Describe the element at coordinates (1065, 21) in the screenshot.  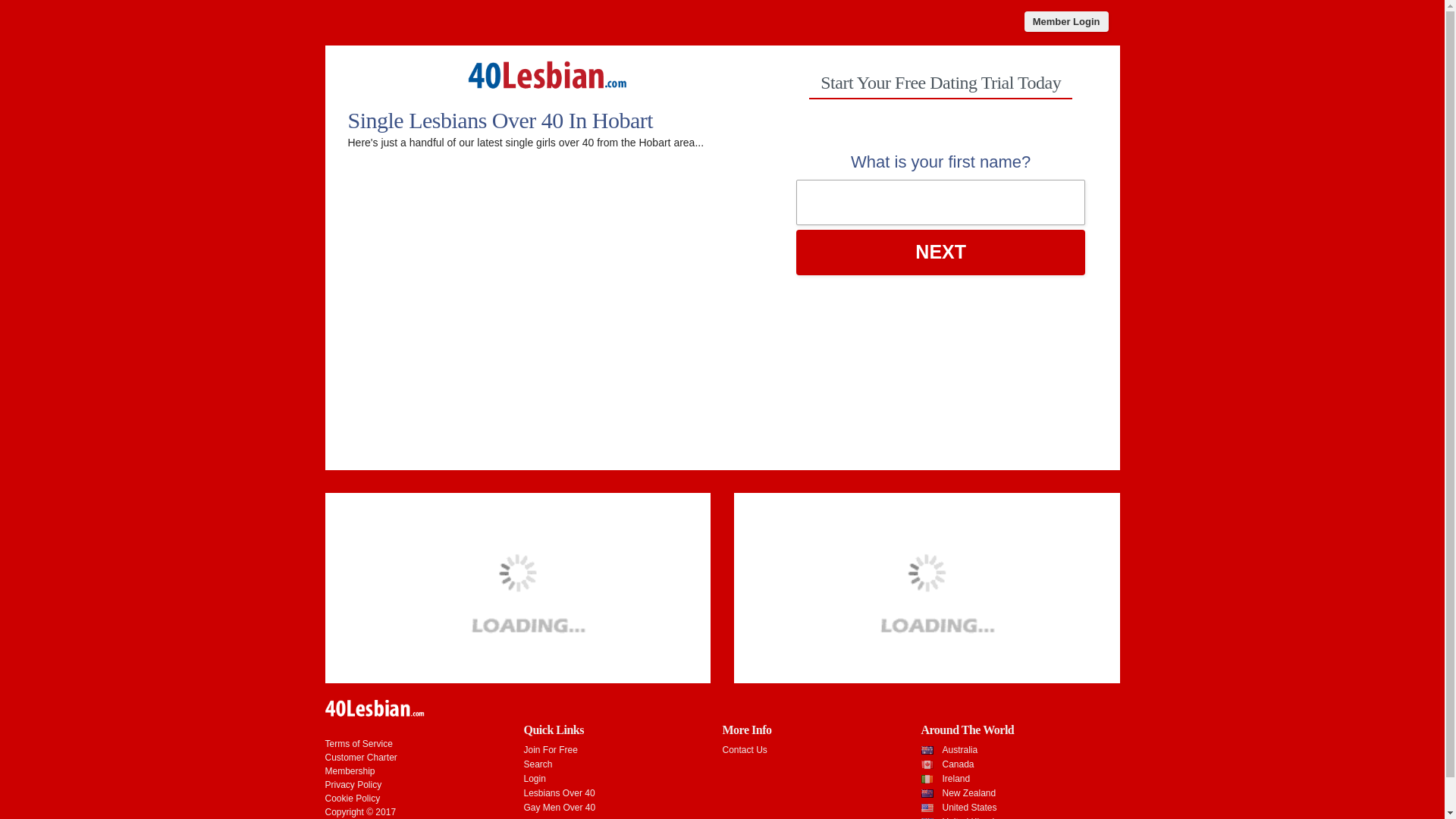
I see `'Member Login'` at that location.